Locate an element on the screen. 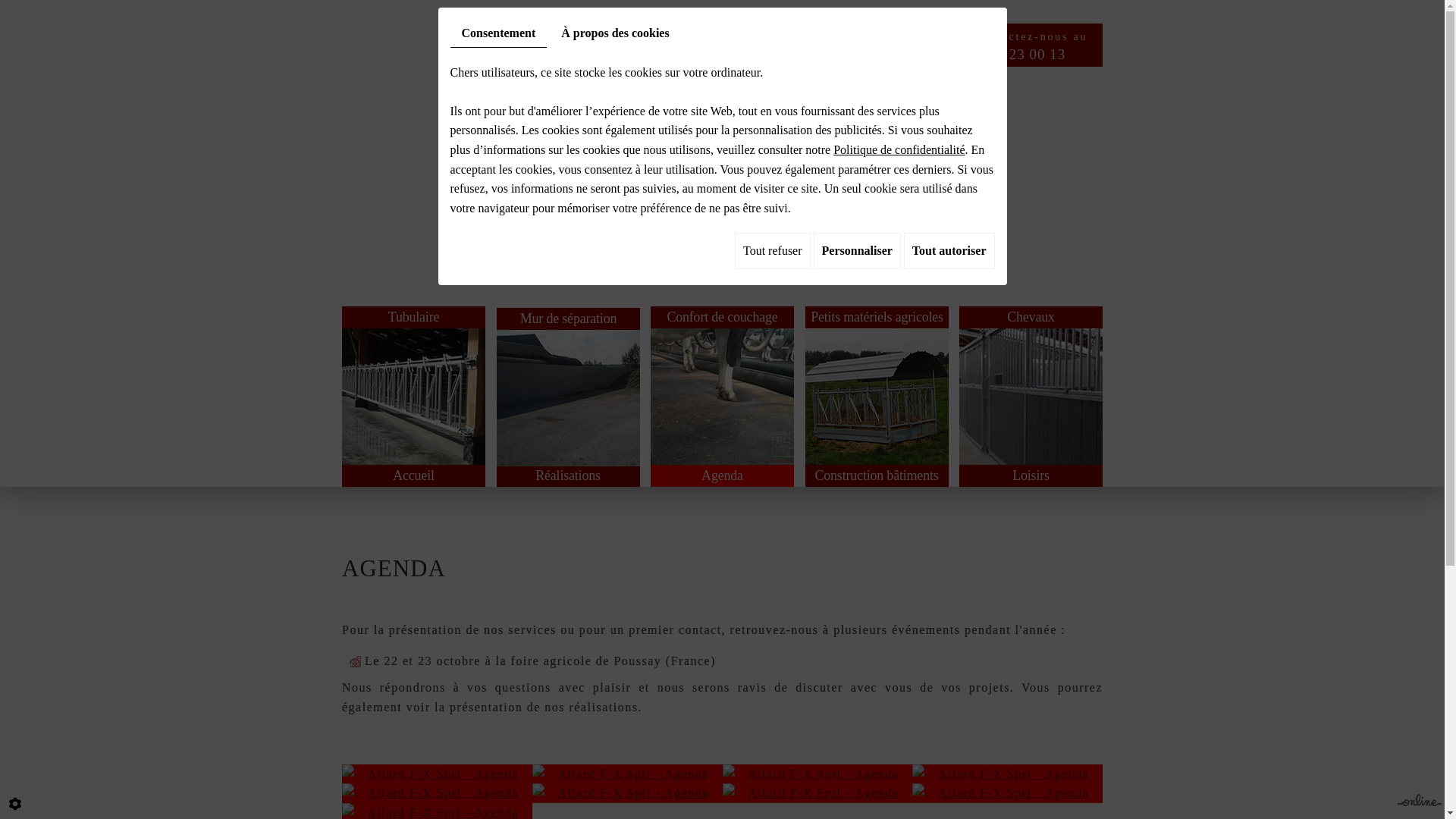 The height and width of the screenshot is (819, 1456). 'Loisirs' is located at coordinates (1031, 475).